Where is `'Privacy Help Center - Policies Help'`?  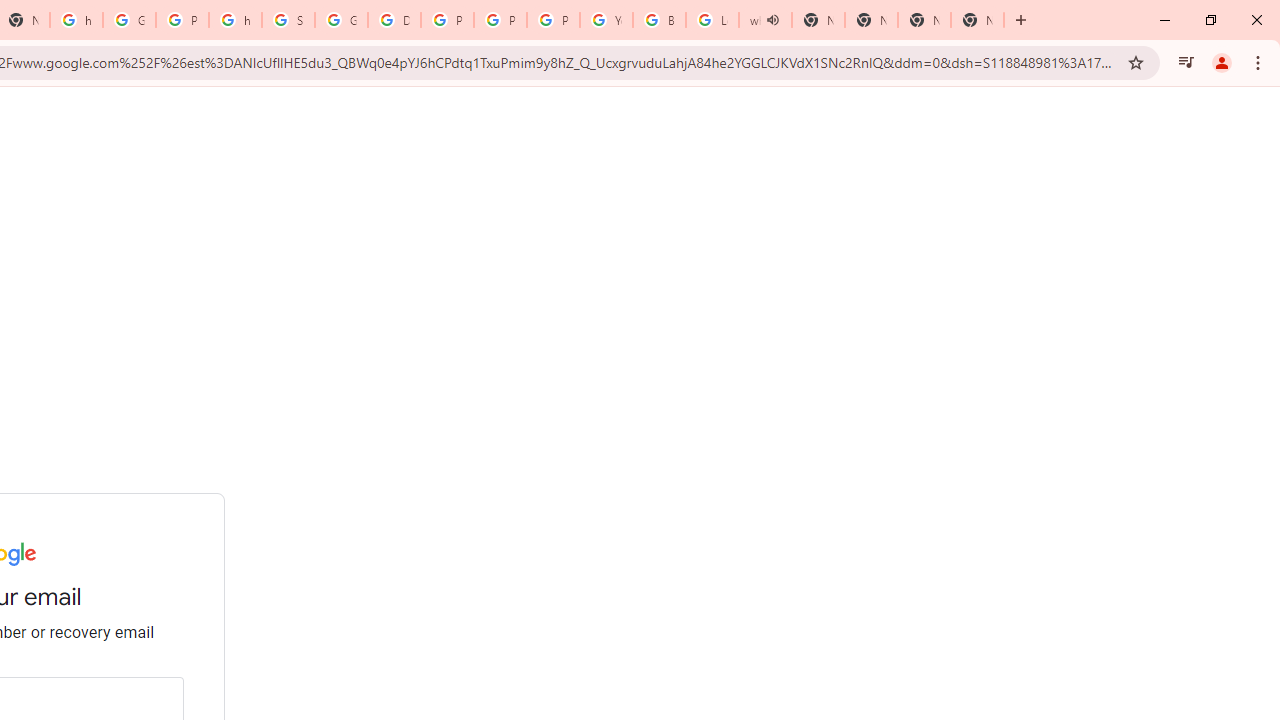 'Privacy Help Center - Policies Help' is located at coordinates (500, 20).